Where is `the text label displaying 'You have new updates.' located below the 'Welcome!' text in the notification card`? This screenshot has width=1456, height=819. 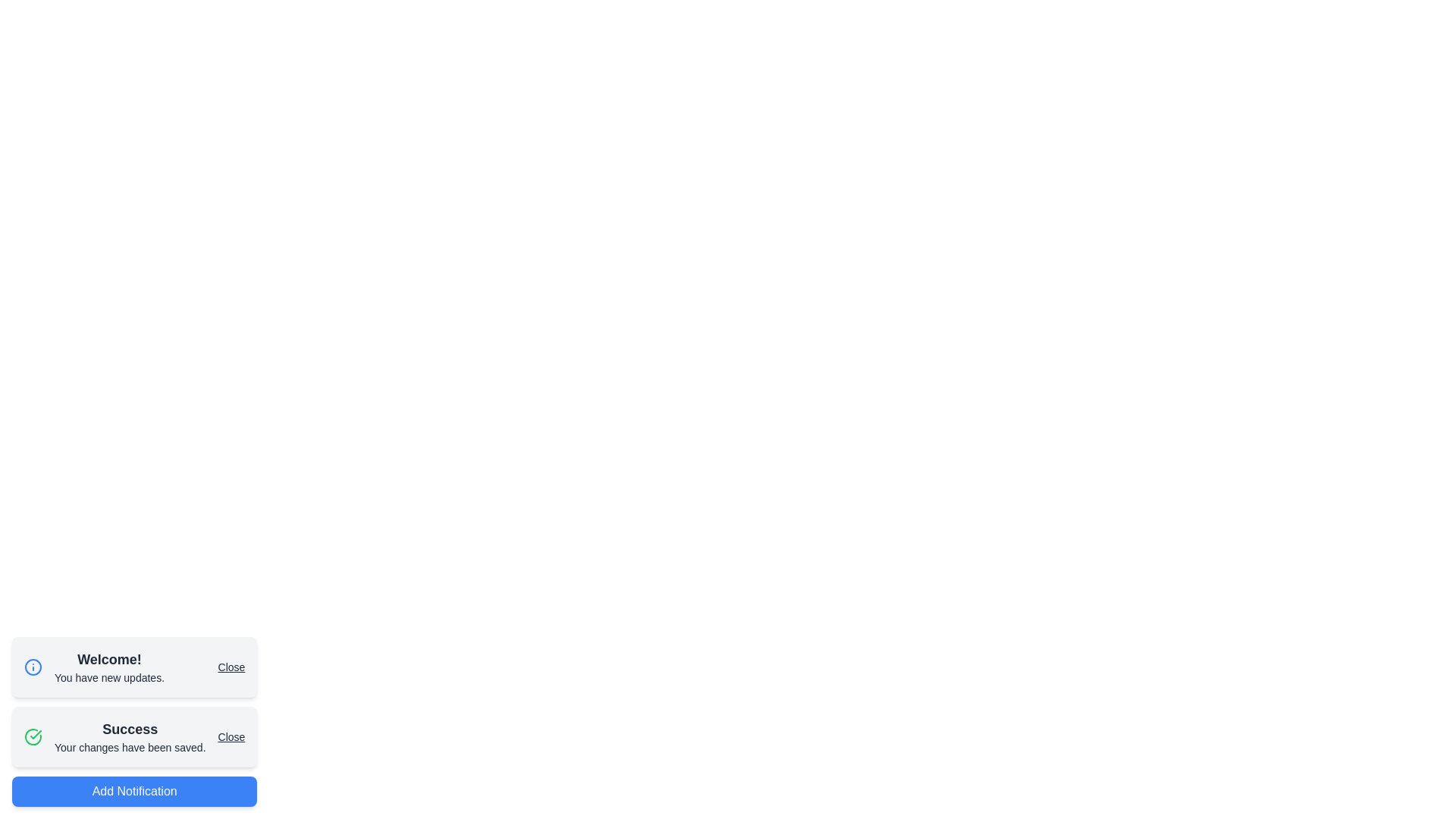 the text label displaying 'You have new updates.' located below the 'Welcome!' text in the notification card is located at coordinates (108, 677).